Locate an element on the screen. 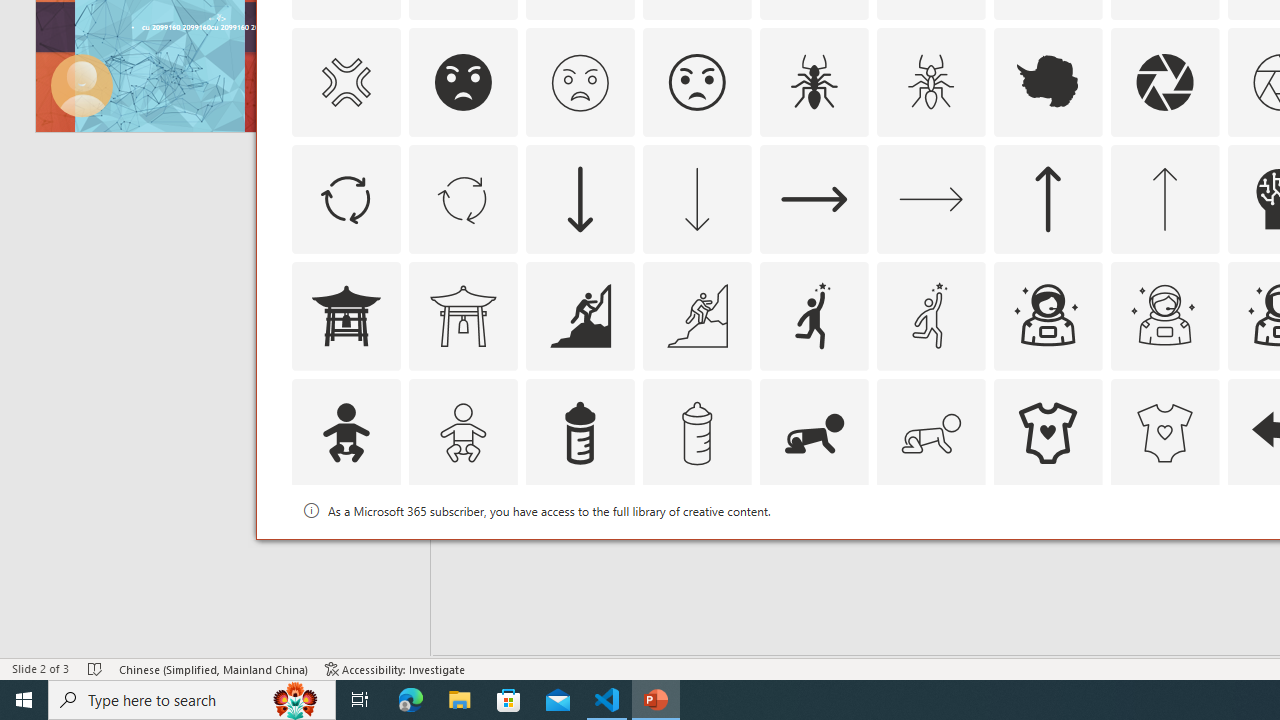  'AutomationID: Icons_Baby_M' is located at coordinates (462, 431).